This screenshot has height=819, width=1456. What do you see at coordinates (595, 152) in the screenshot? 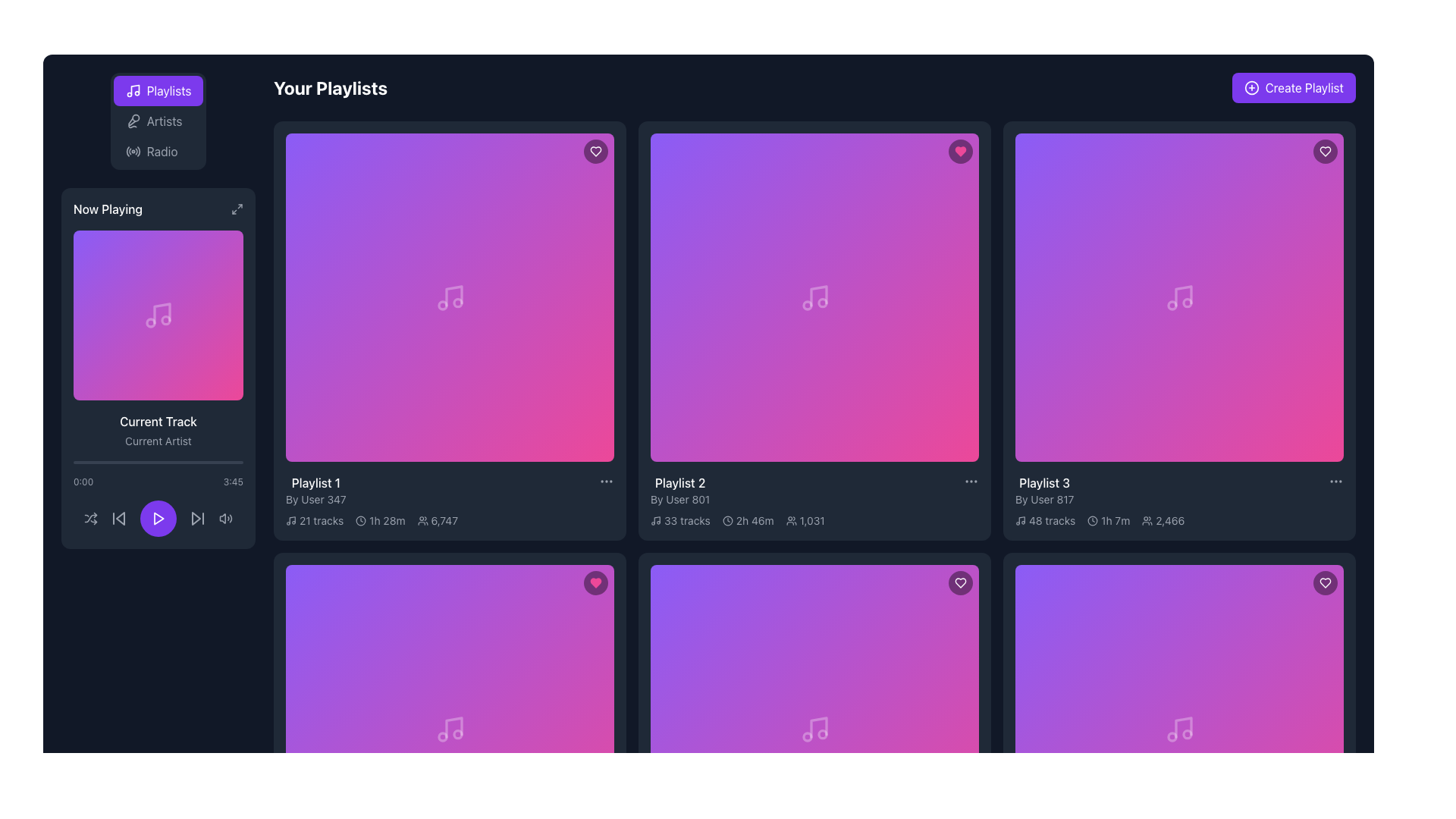
I see `the heart icon located in the top-right corner of the first playlist box in the 'Your Playlists' section` at bounding box center [595, 152].